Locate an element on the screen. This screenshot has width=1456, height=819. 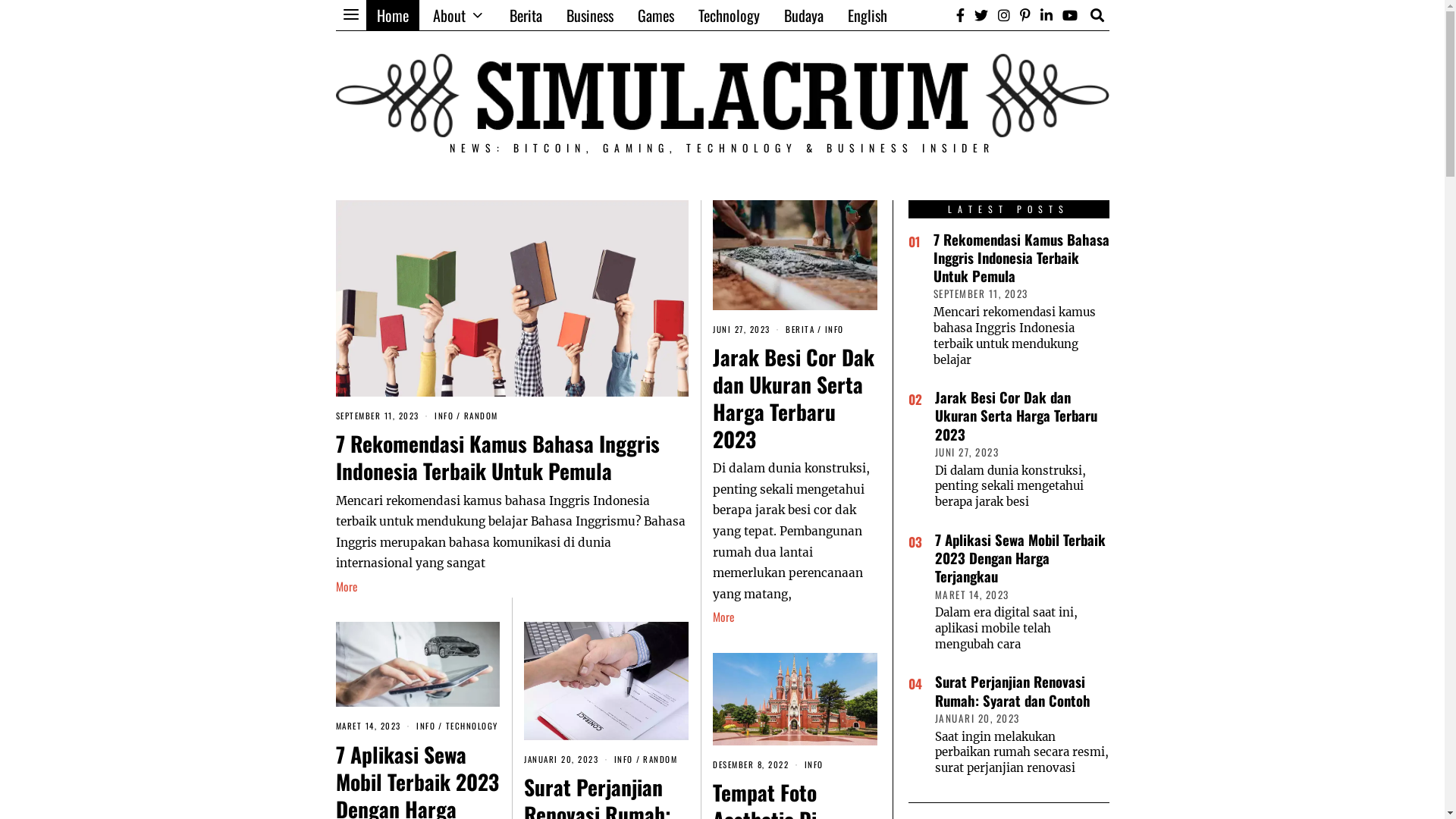
'Pinterest' is located at coordinates (1025, 14).